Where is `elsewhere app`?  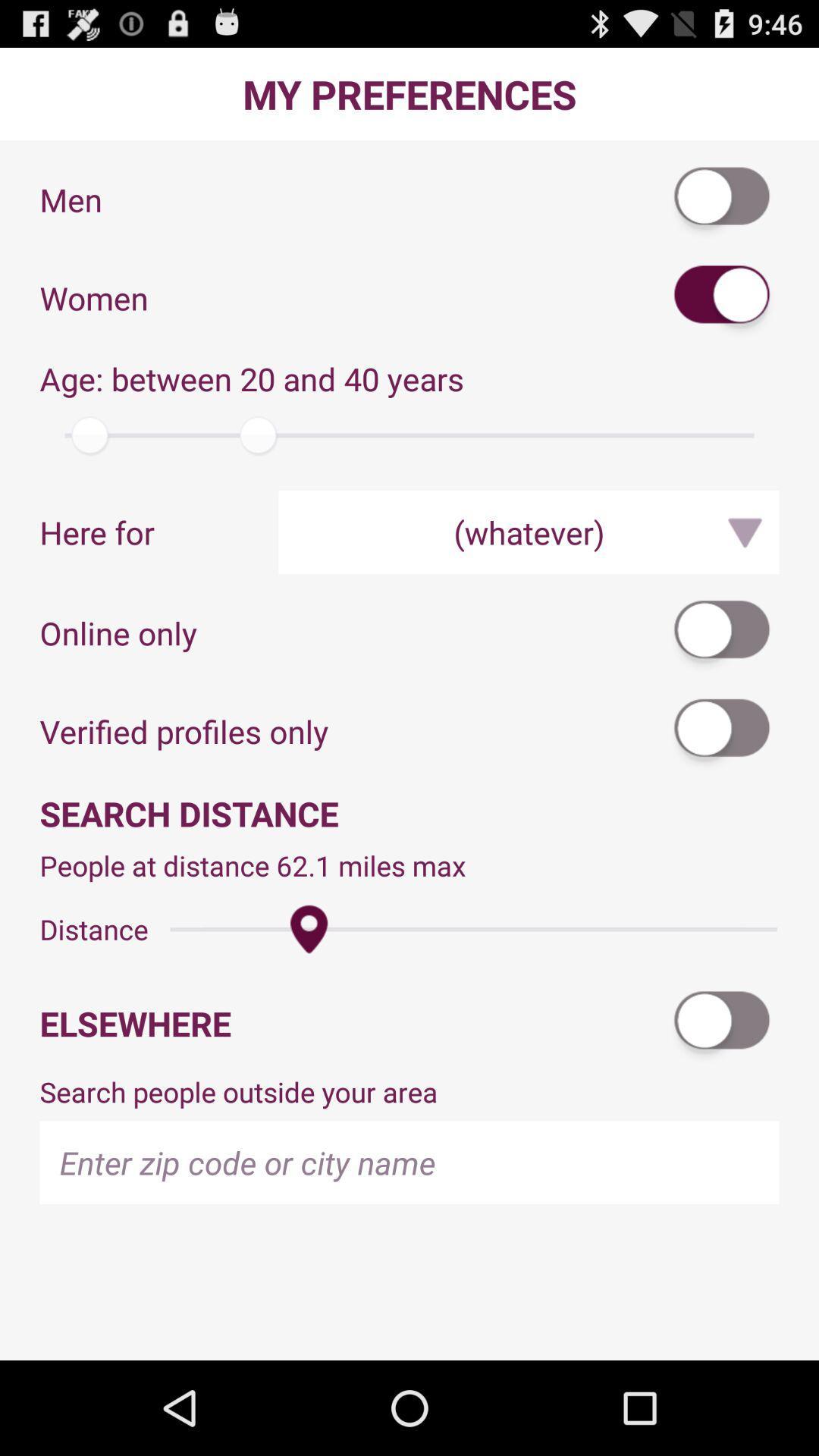 elsewhere app is located at coordinates (353, 1023).